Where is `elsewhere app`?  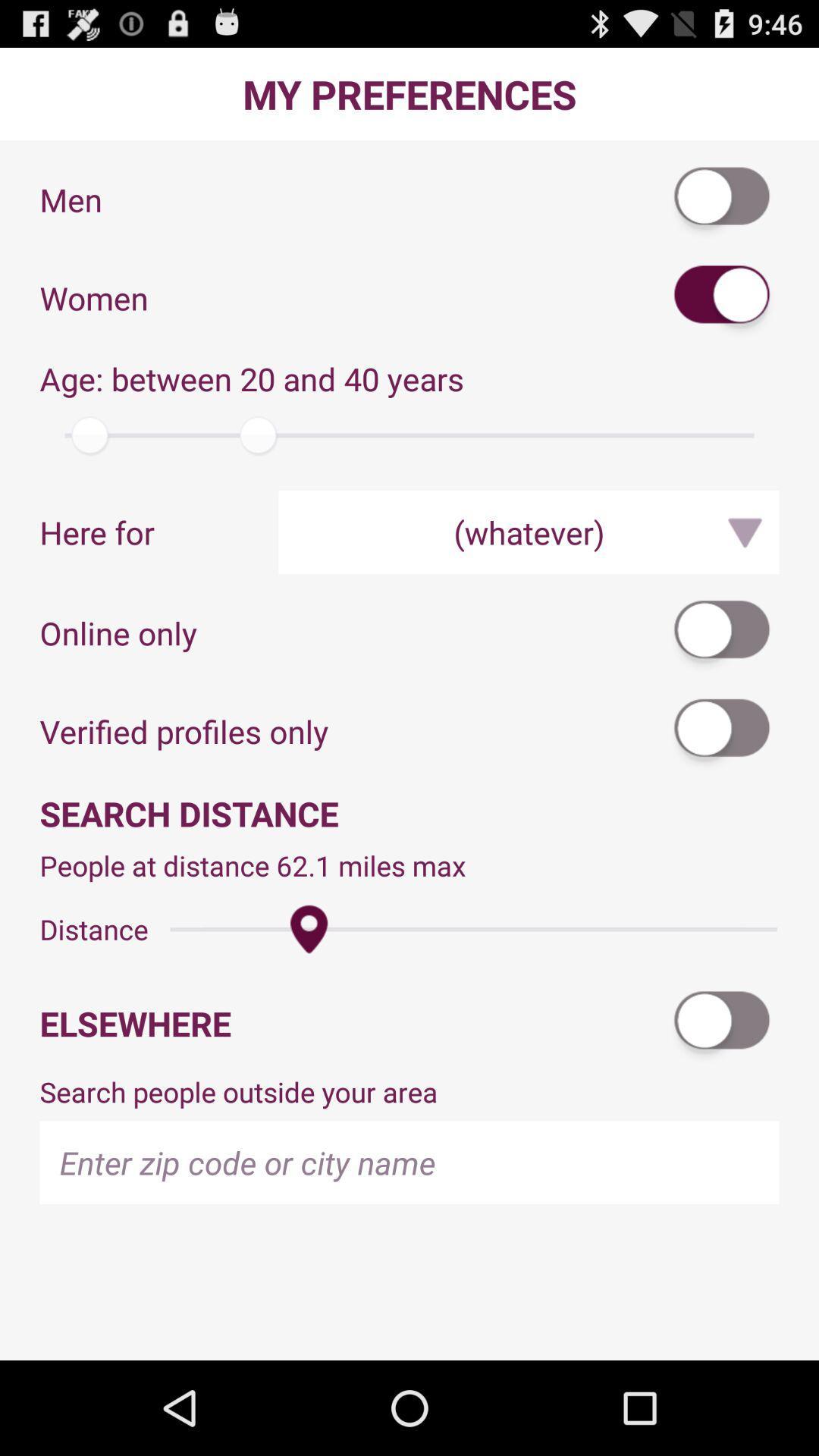 elsewhere app is located at coordinates (353, 1023).